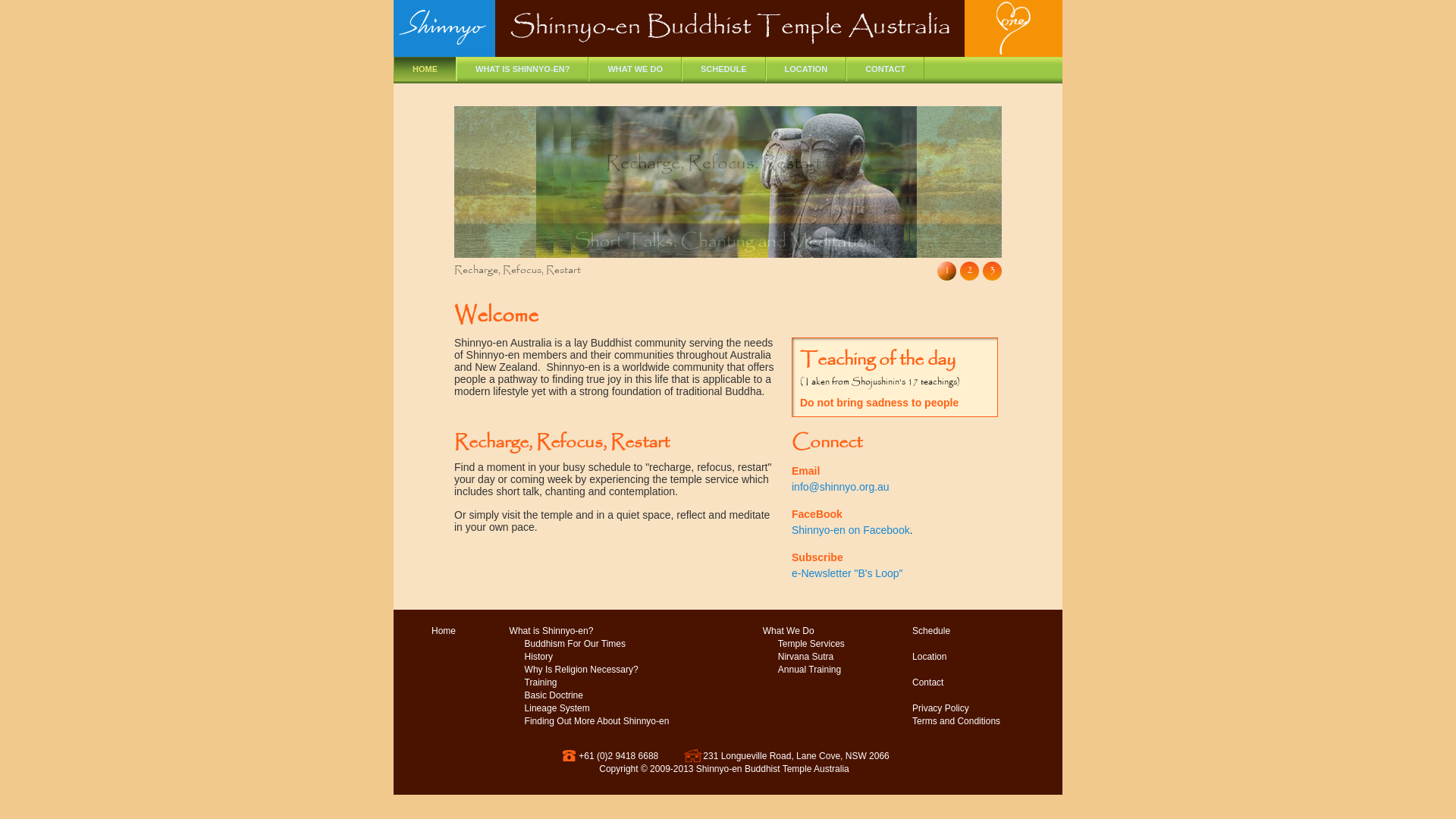 This screenshot has width=1456, height=819. What do you see at coordinates (541, 682) in the screenshot?
I see `'Training'` at bounding box center [541, 682].